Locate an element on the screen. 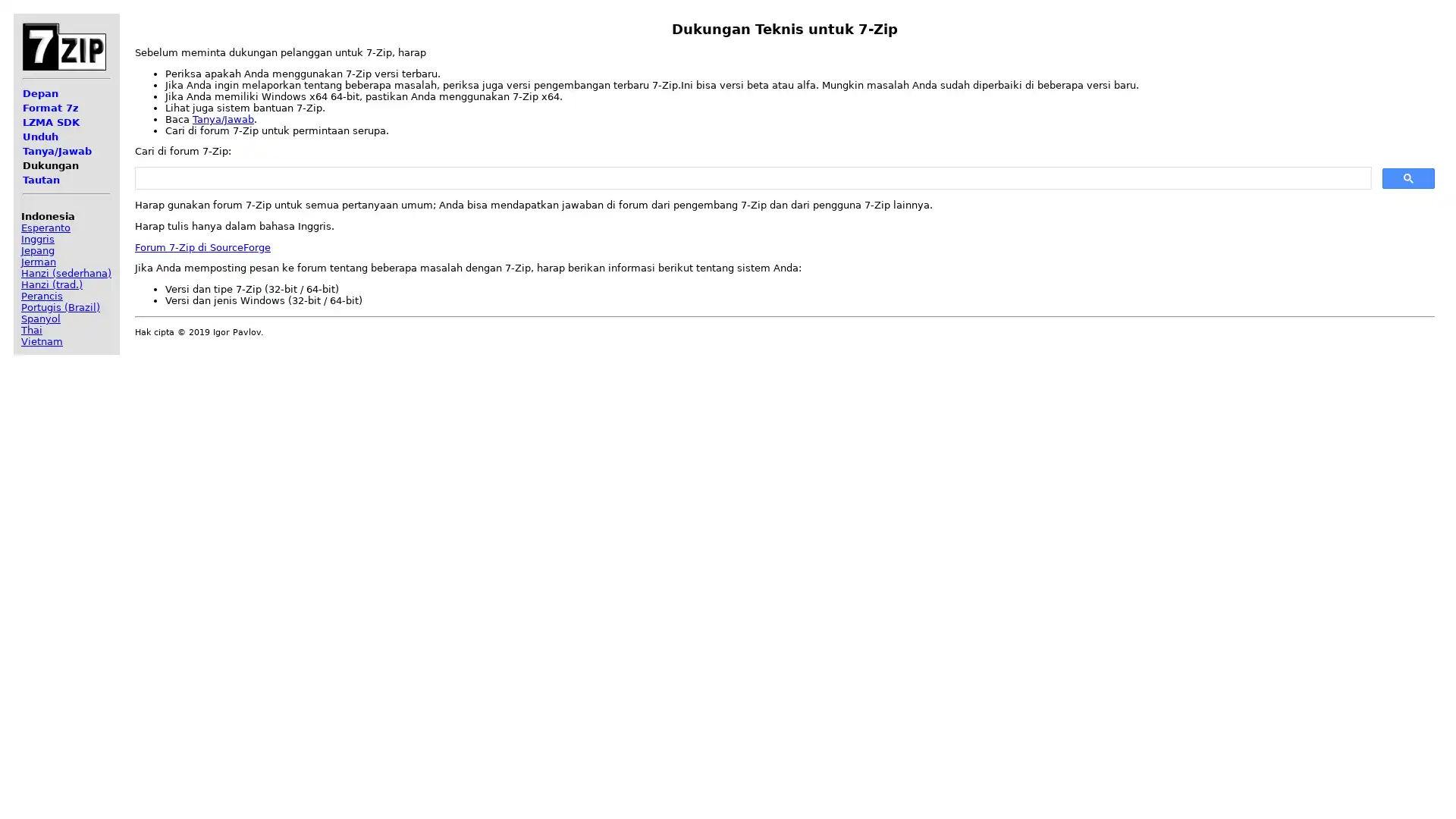 The height and width of the screenshot is (819, 1456). search is located at coordinates (1407, 177).